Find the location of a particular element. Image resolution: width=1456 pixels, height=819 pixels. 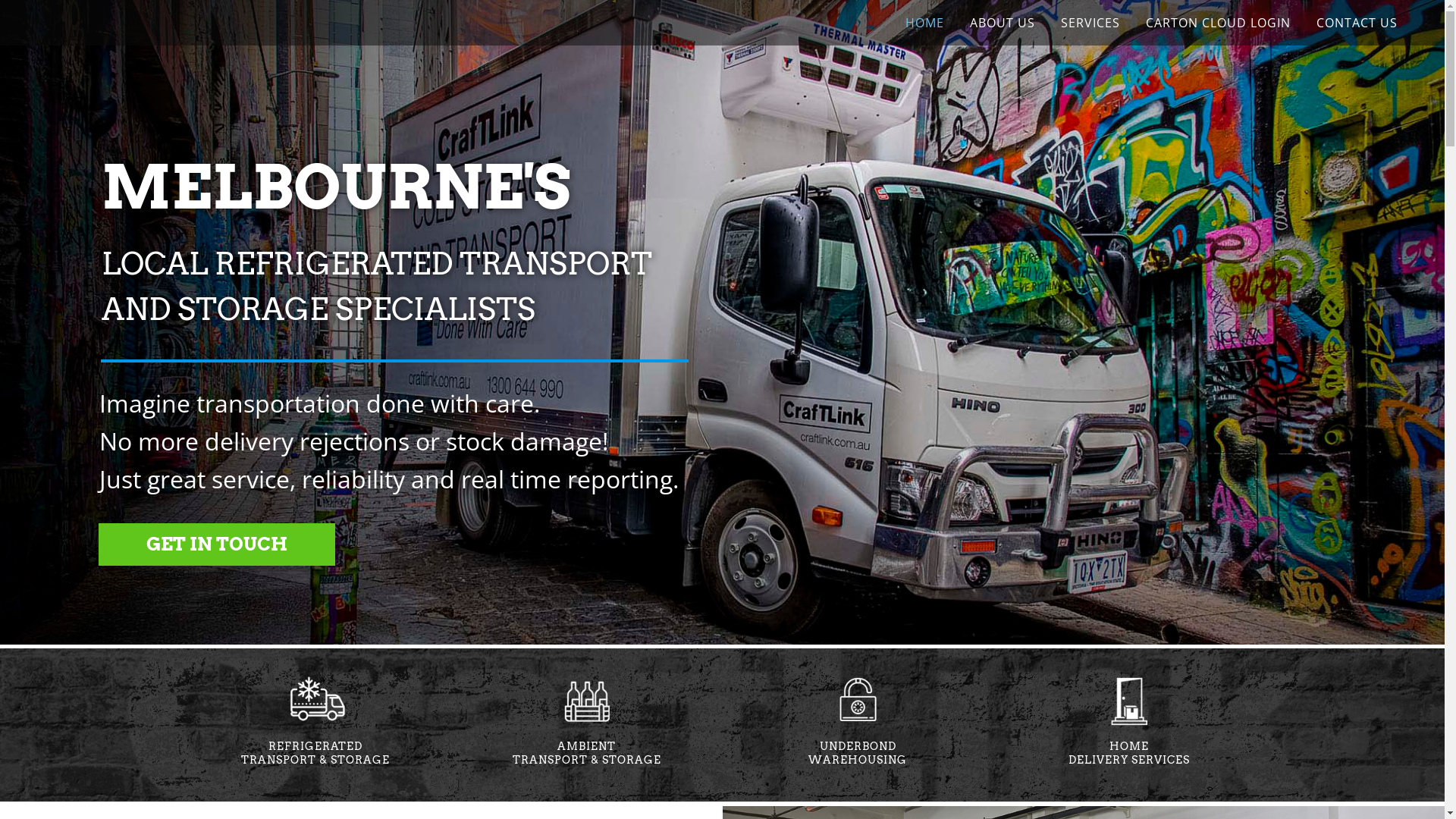

'CARTON CLOUD LOGIN' is located at coordinates (1218, 23).